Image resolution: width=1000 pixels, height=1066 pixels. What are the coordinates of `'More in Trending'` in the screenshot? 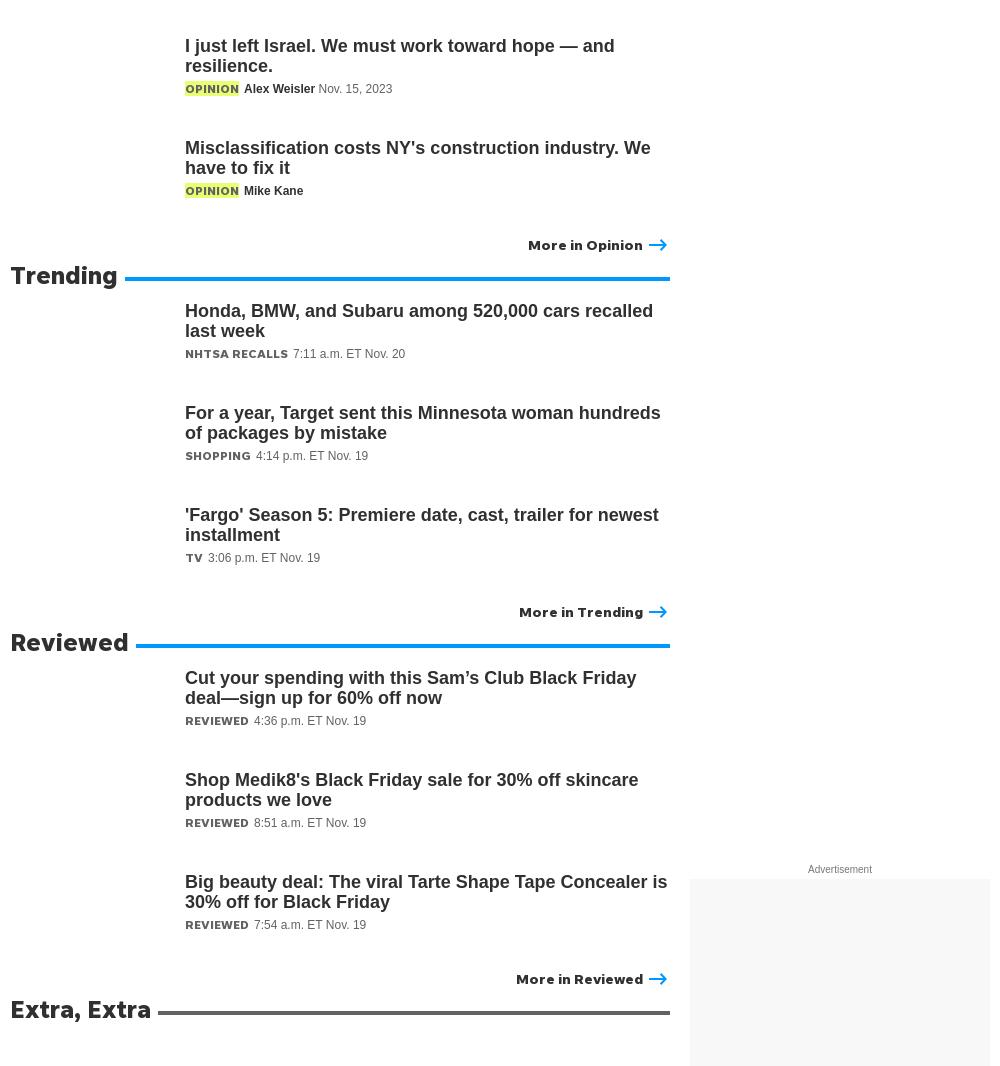 It's located at (580, 610).